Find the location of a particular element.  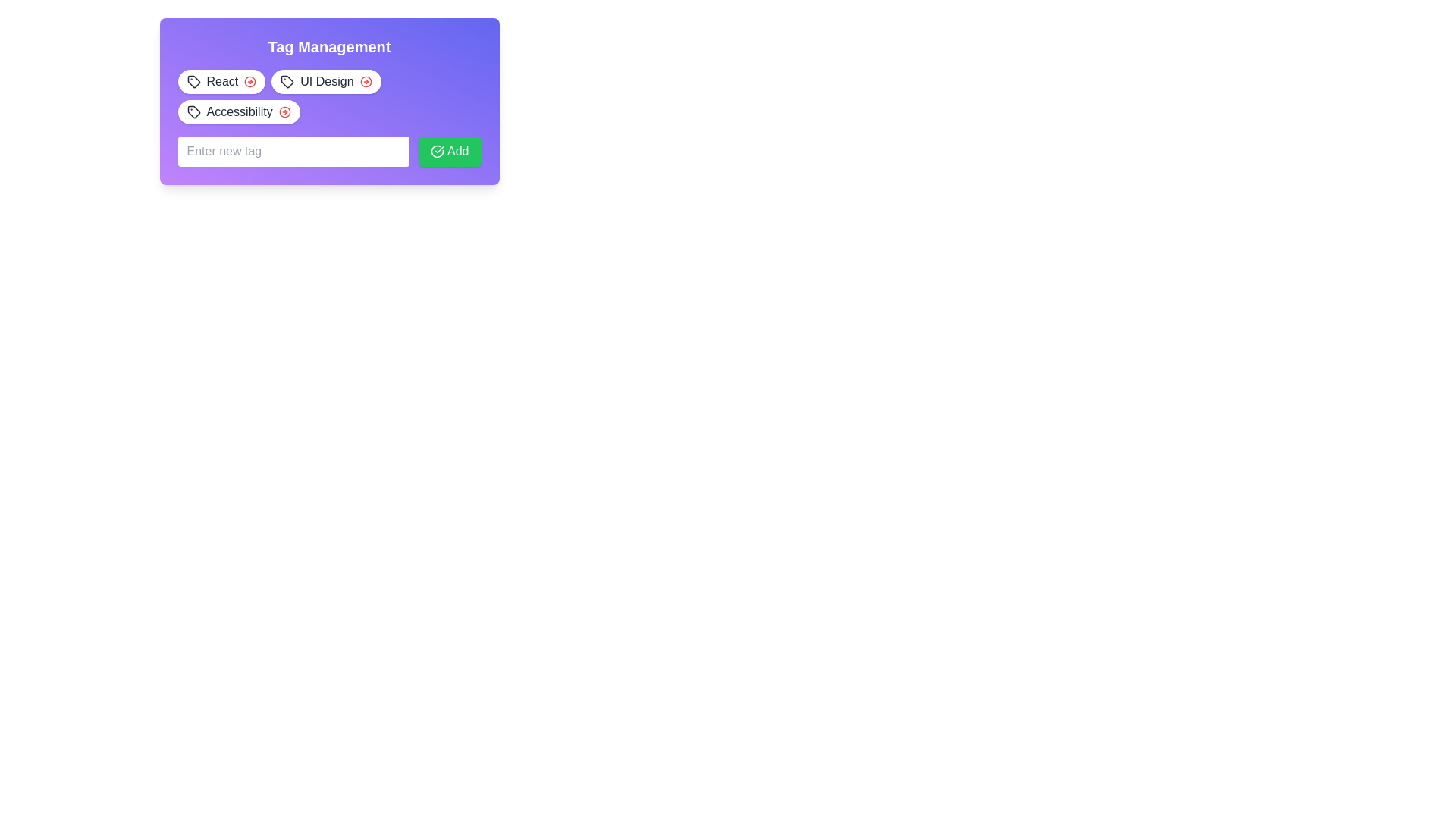

the 'tag' icon located to the left of the 'UI Design' text in the tag management section, which is styled as a minimalist SVG with a black outline and a circular dot on its upper-left corner is located at coordinates (287, 82).